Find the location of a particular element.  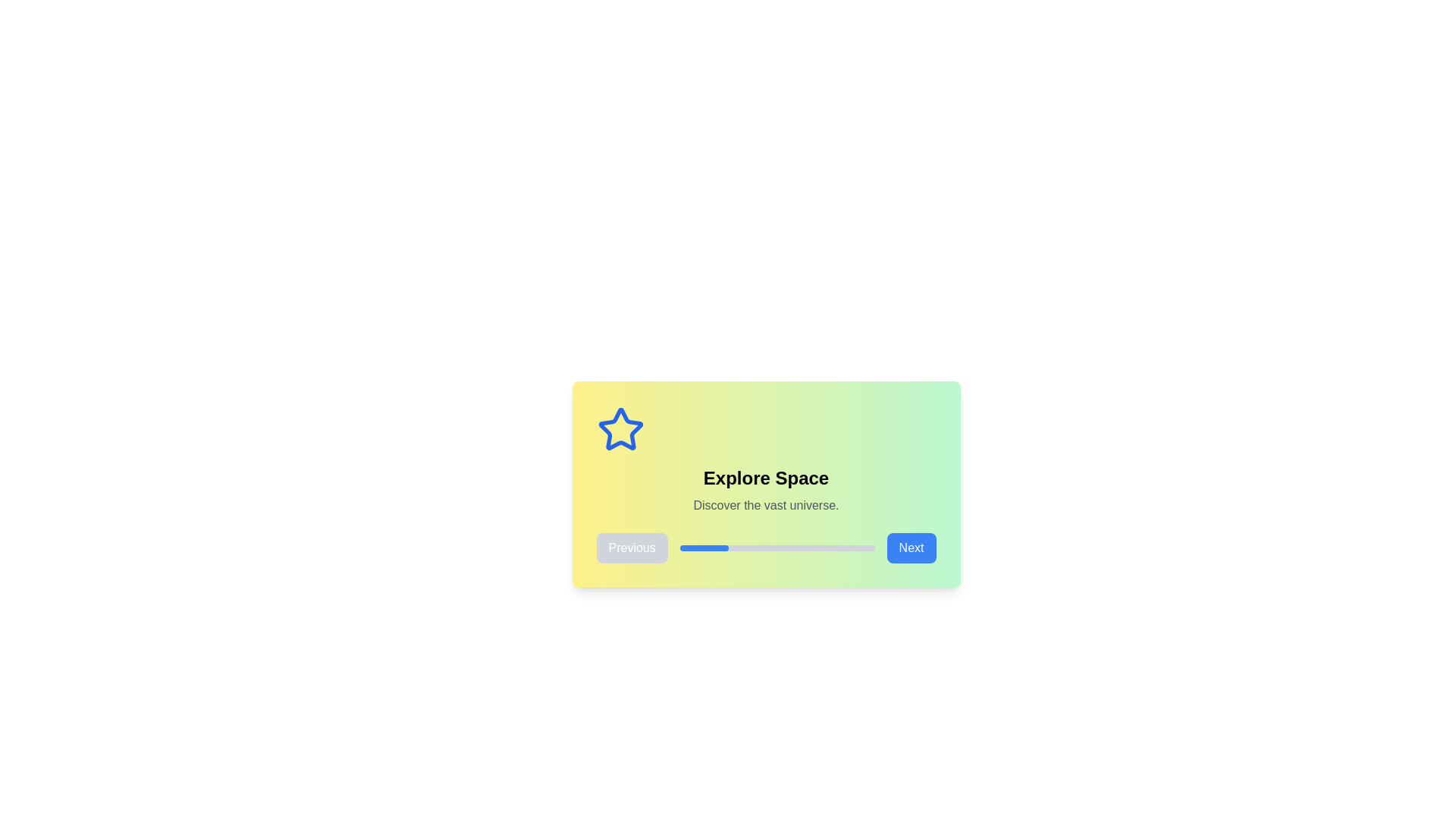

the icon and title of the current step is located at coordinates (766, 479).